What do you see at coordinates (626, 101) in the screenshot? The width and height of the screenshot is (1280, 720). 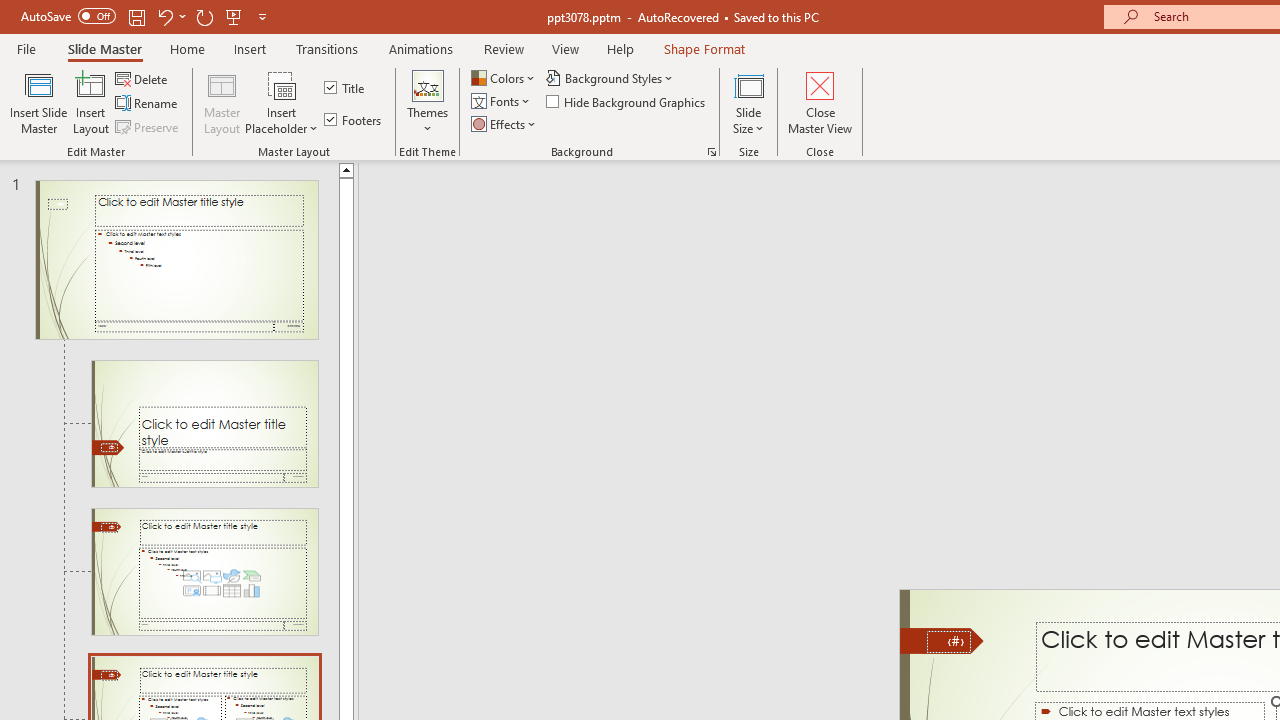 I see `'Hide Background Graphics'` at bounding box center [626, 101].